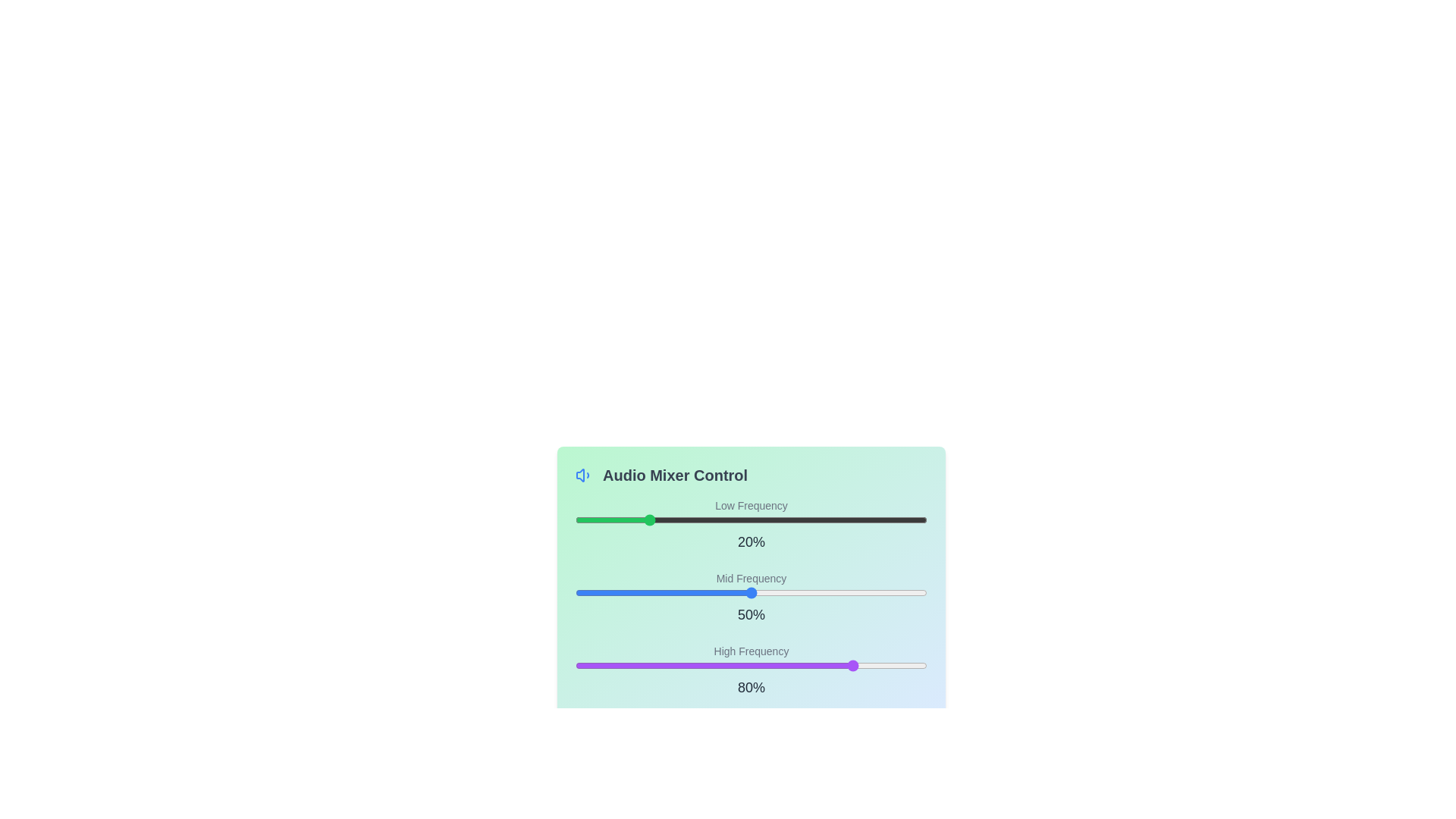 This screenshot has width=1456, height=819. What do you see at coordinates (868, 592) in the screenshot?
I see `the 'Mid Frequency' slider` at bounding box center [868, 592].